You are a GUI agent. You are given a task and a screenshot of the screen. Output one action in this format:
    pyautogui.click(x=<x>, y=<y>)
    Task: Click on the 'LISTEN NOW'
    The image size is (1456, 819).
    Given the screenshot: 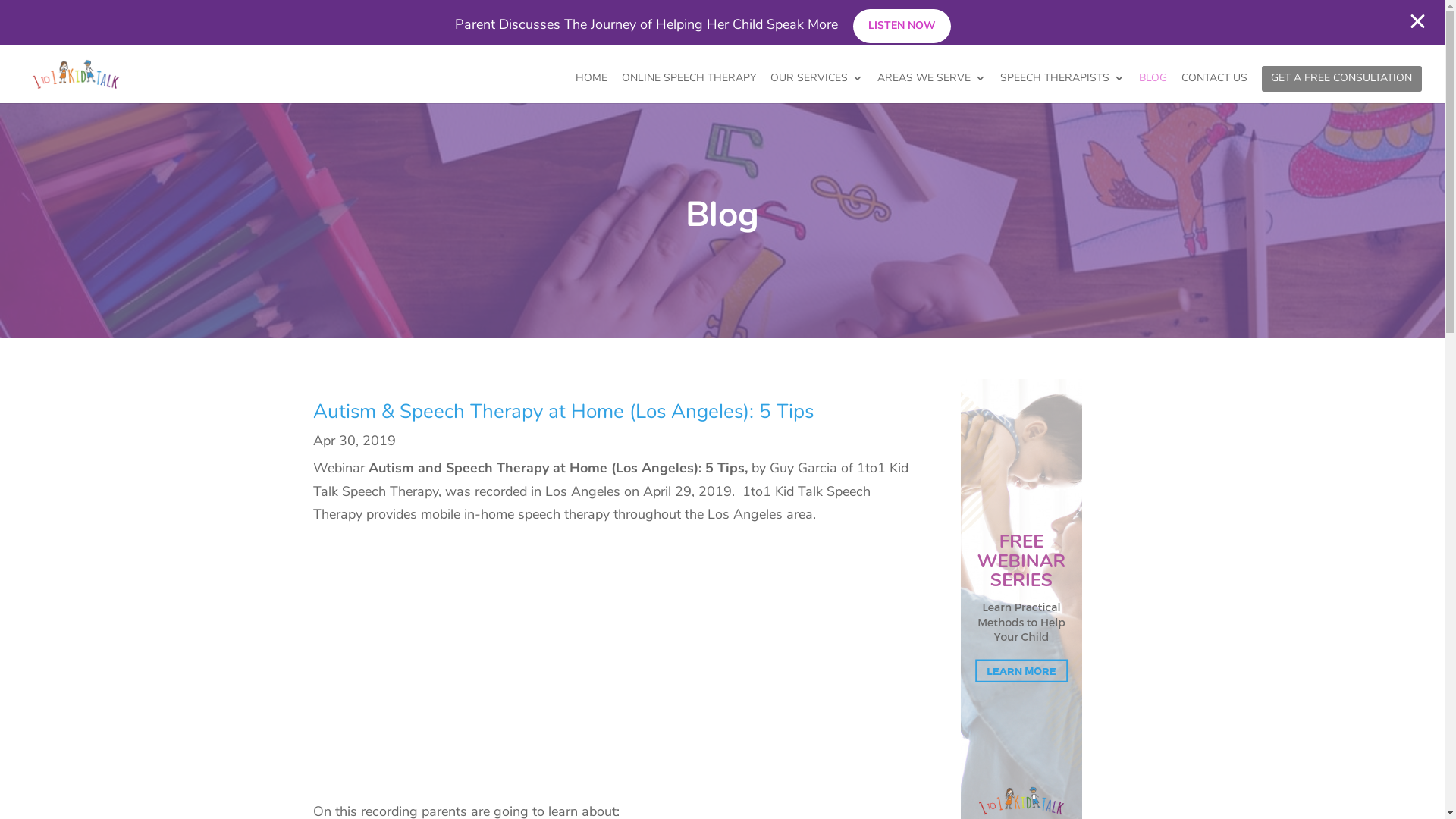 What is the action you would take?
    pyautogui.click(x=901, y=26)
    